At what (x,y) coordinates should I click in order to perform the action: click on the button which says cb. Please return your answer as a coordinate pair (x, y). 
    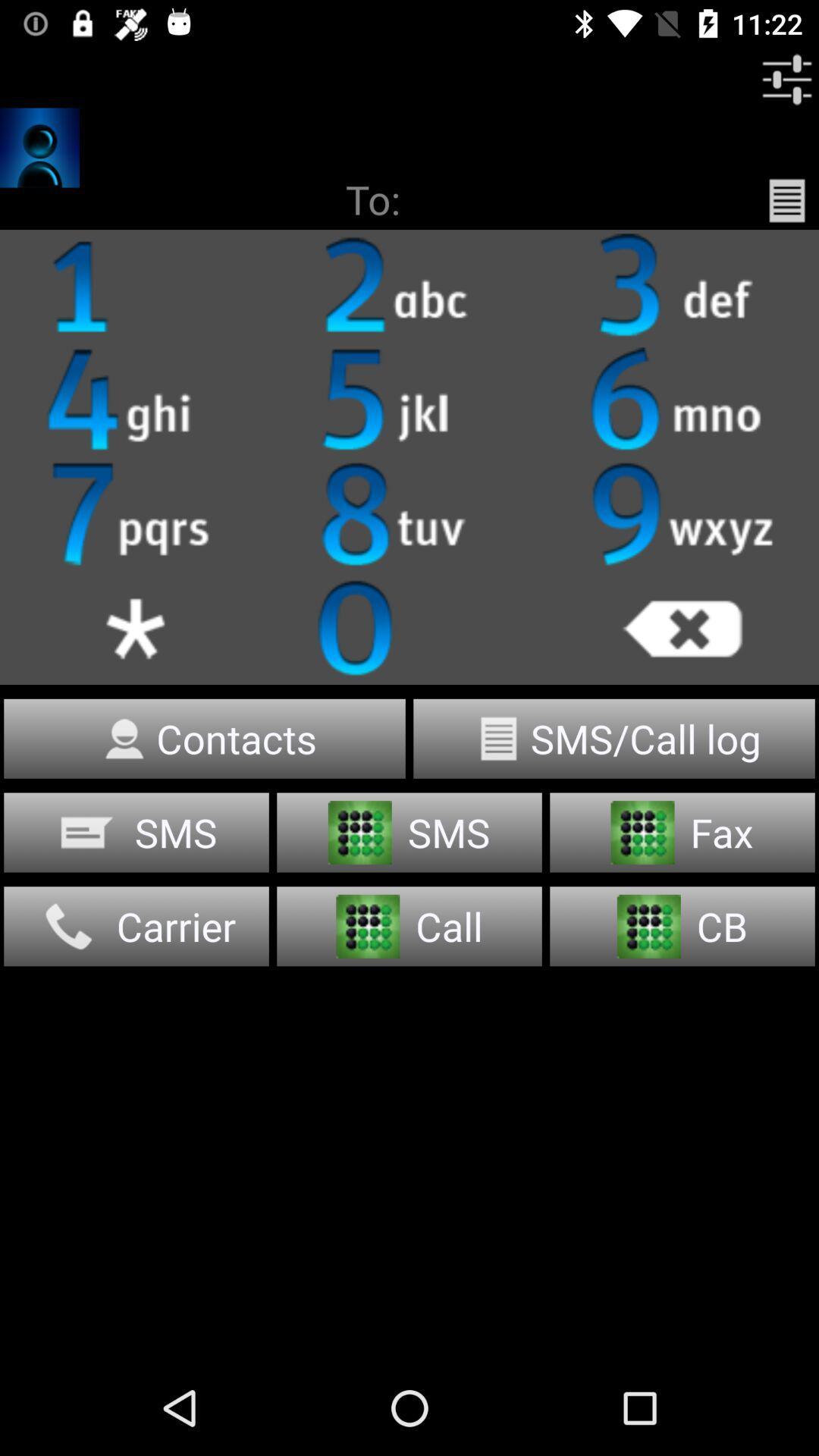
    Looking at the image, I should click on (681, 925).